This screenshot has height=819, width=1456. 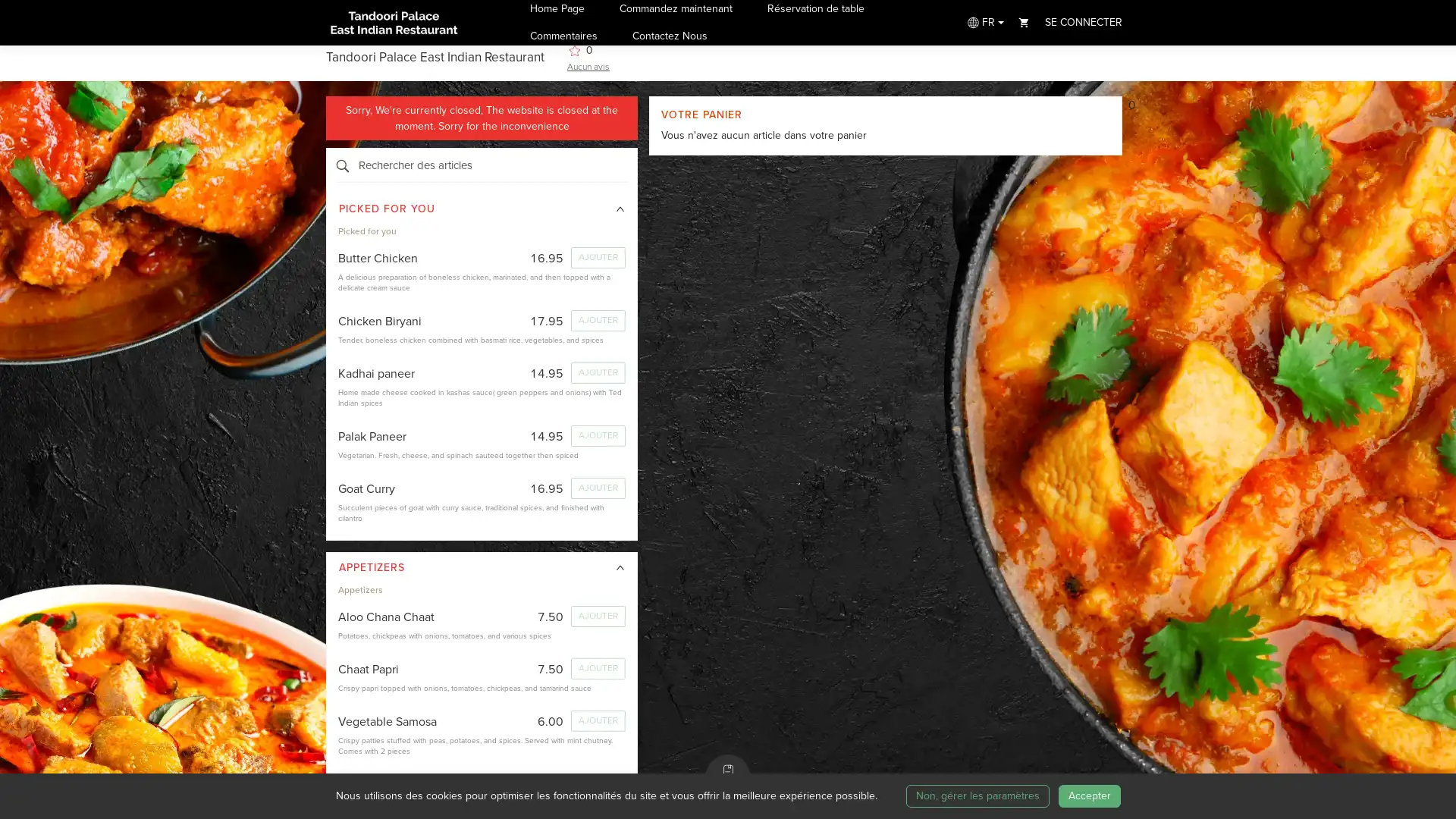 What do you see at coordinates (728, 777) in the screenshot?
I see `MENU` at bounding box center [728, 777].